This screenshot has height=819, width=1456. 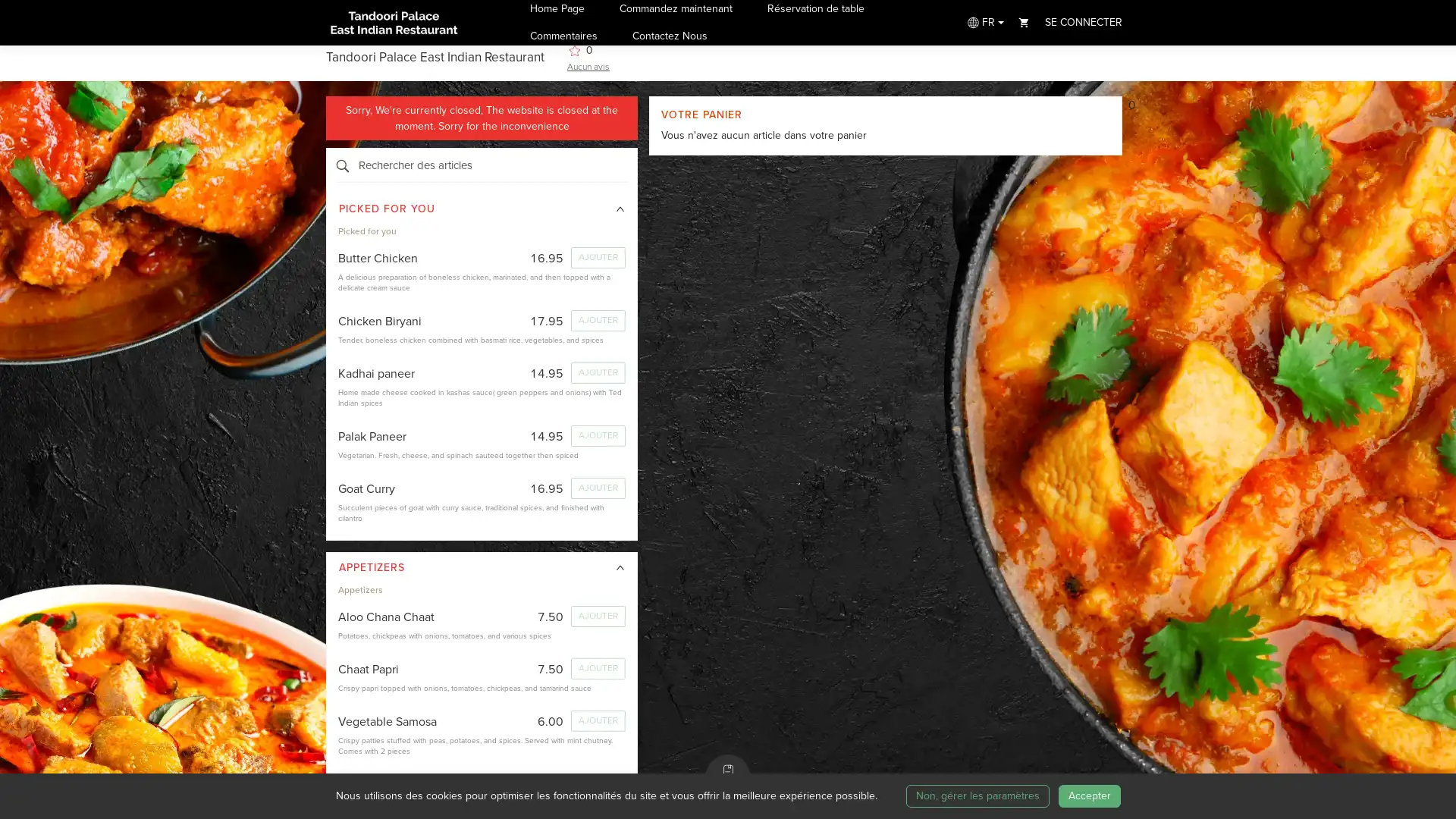 What do you see at coordinates (728, 777) in the screenshot?
I see `MENU` at bounding box center [728, 777].